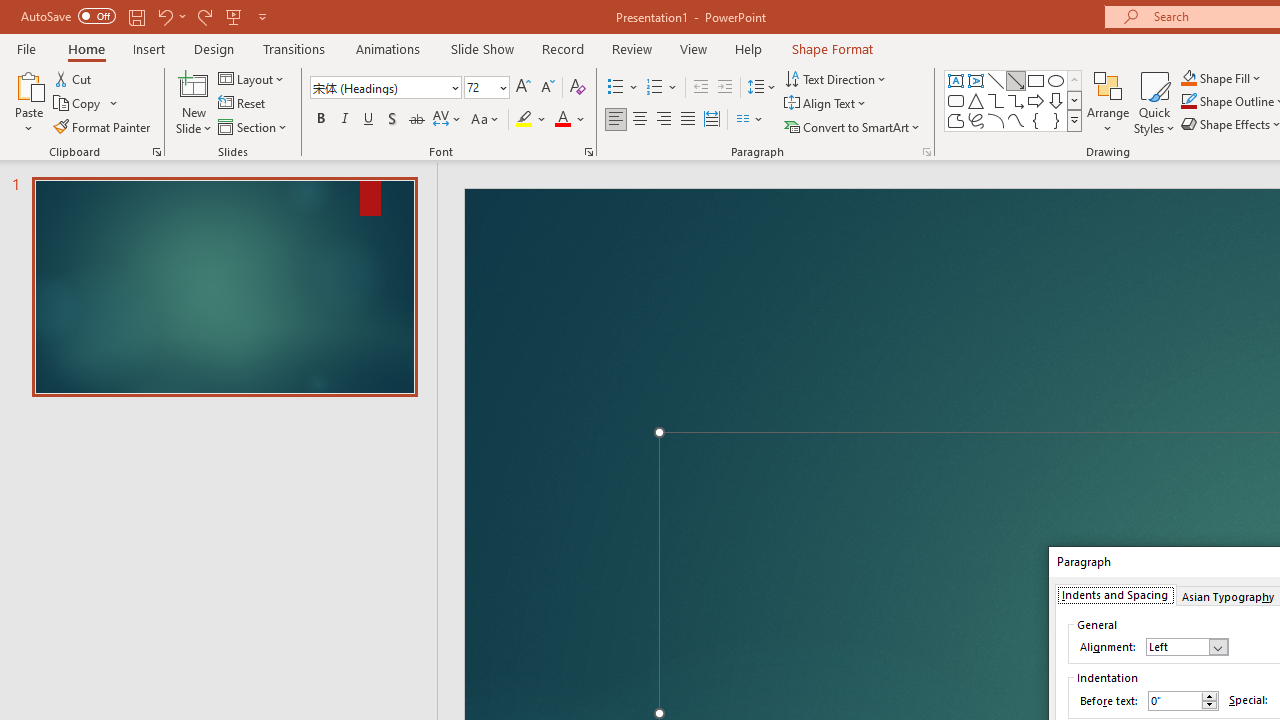  Describe the element at coordinates (1183, 700) in the screenshot. I see `'Before text'` at that location.